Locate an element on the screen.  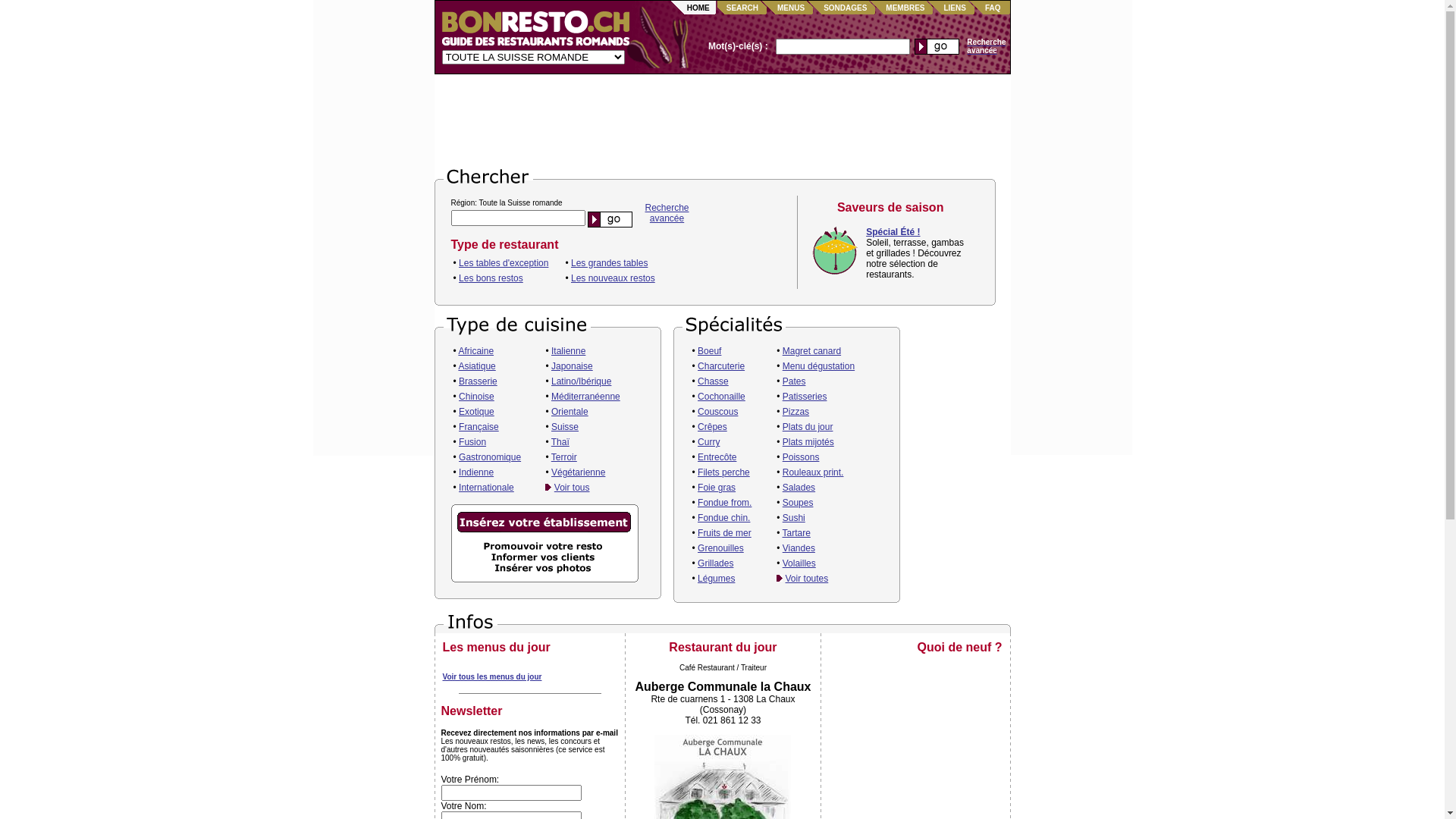
'Fondue chin.' is located at coordinates (723, 516).